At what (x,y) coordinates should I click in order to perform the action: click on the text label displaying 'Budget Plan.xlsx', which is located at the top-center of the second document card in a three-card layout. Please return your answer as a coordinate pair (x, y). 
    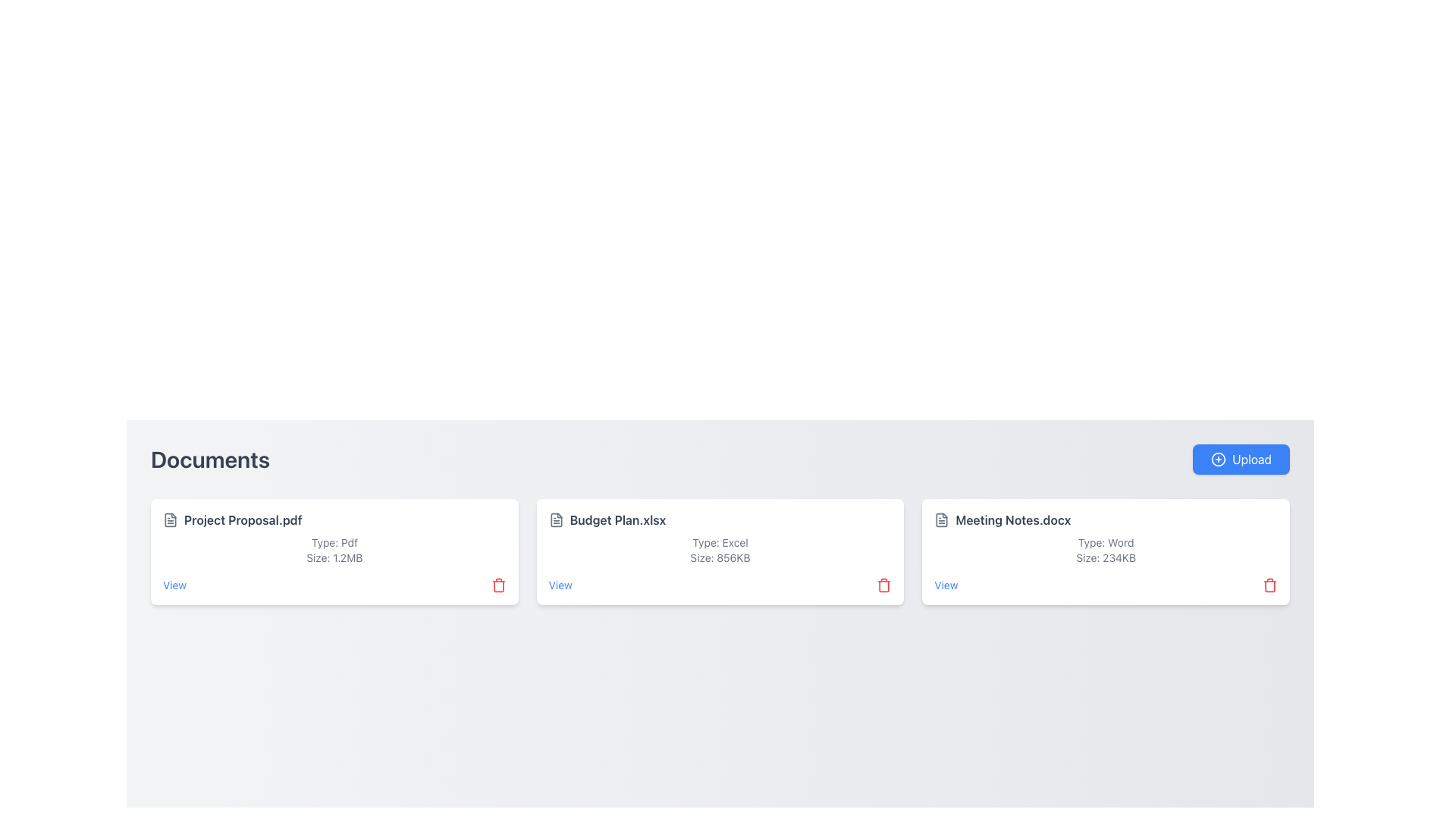
    Looking at the image, I should click on (618, 519).